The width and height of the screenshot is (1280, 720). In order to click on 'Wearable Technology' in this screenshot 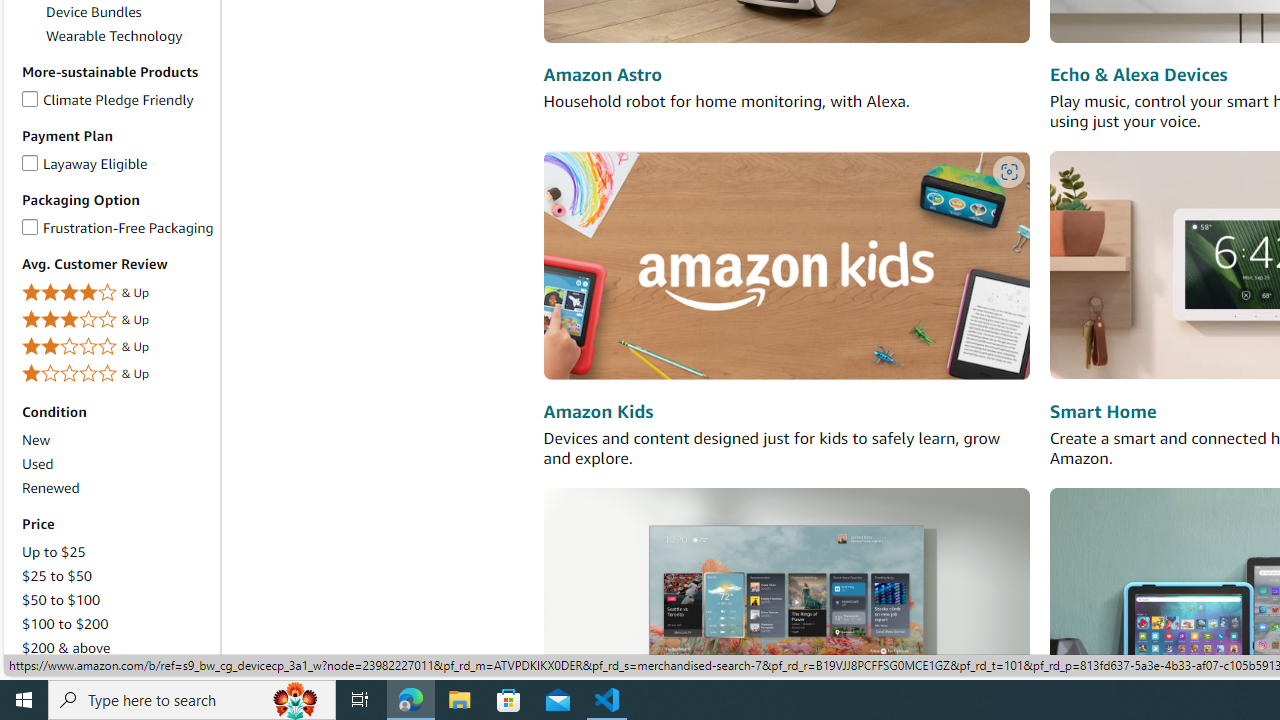, I will do `click(113, 36)`.